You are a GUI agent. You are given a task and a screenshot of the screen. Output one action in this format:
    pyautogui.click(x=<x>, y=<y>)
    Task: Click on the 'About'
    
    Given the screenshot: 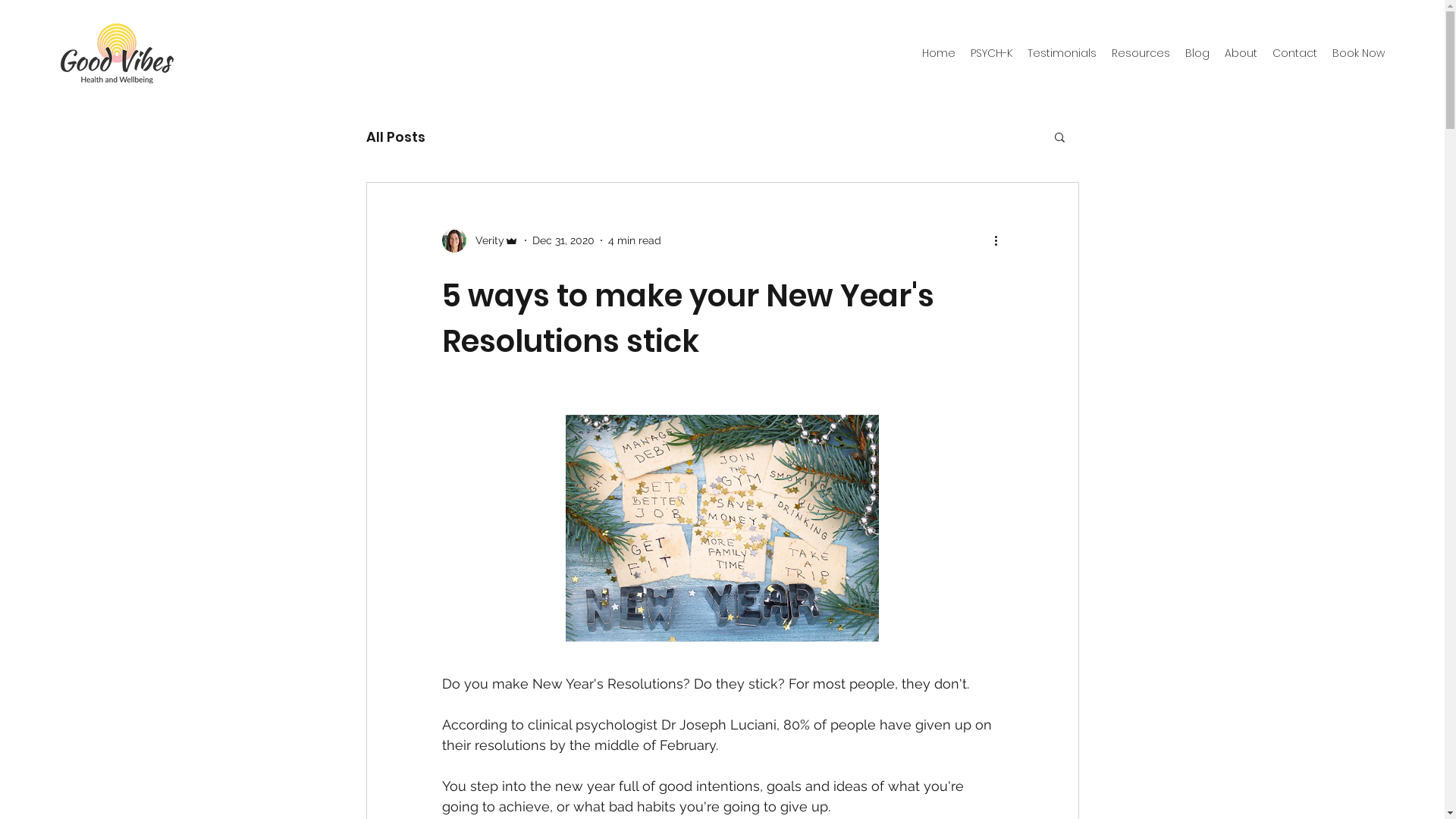 What is the action you would take?
    pyautogui.click(x=1241, y=52)
    